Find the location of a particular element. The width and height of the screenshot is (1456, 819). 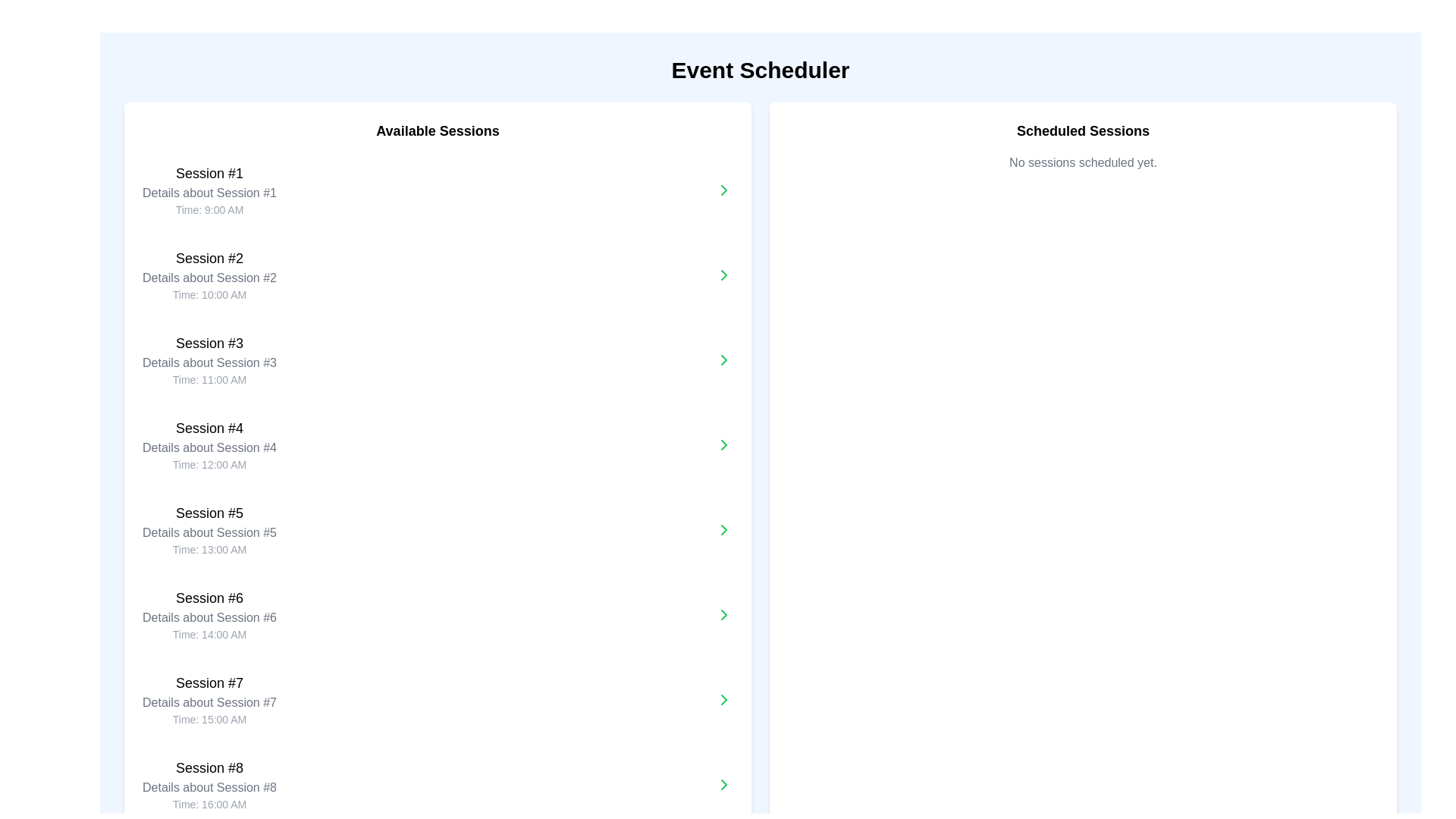

the sixth chevron icon next to the 'Session #6' entry in the 'Available Sessions' section is located at coordinates (723, 359).